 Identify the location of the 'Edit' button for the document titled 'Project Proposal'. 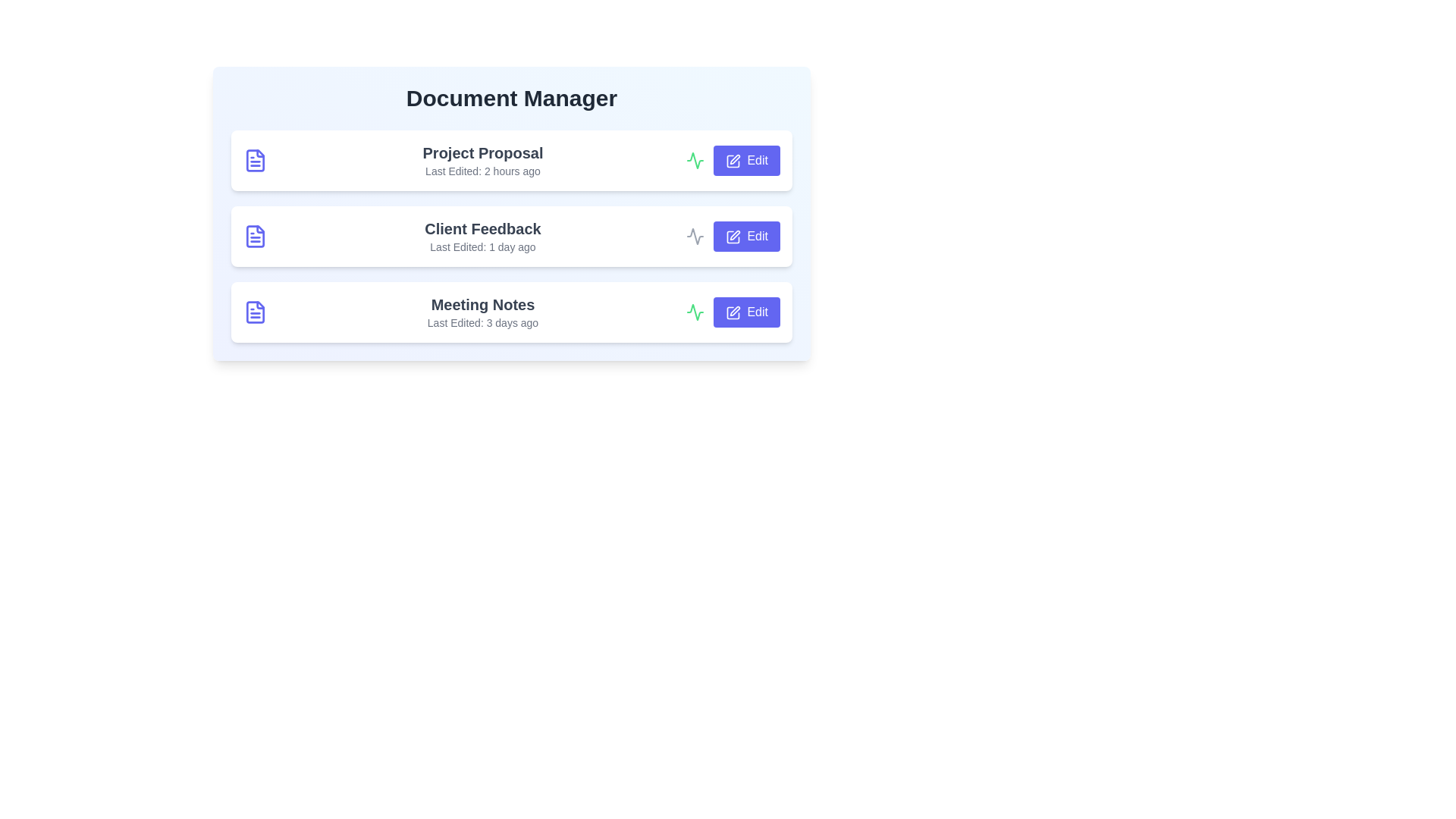
(746, 161).